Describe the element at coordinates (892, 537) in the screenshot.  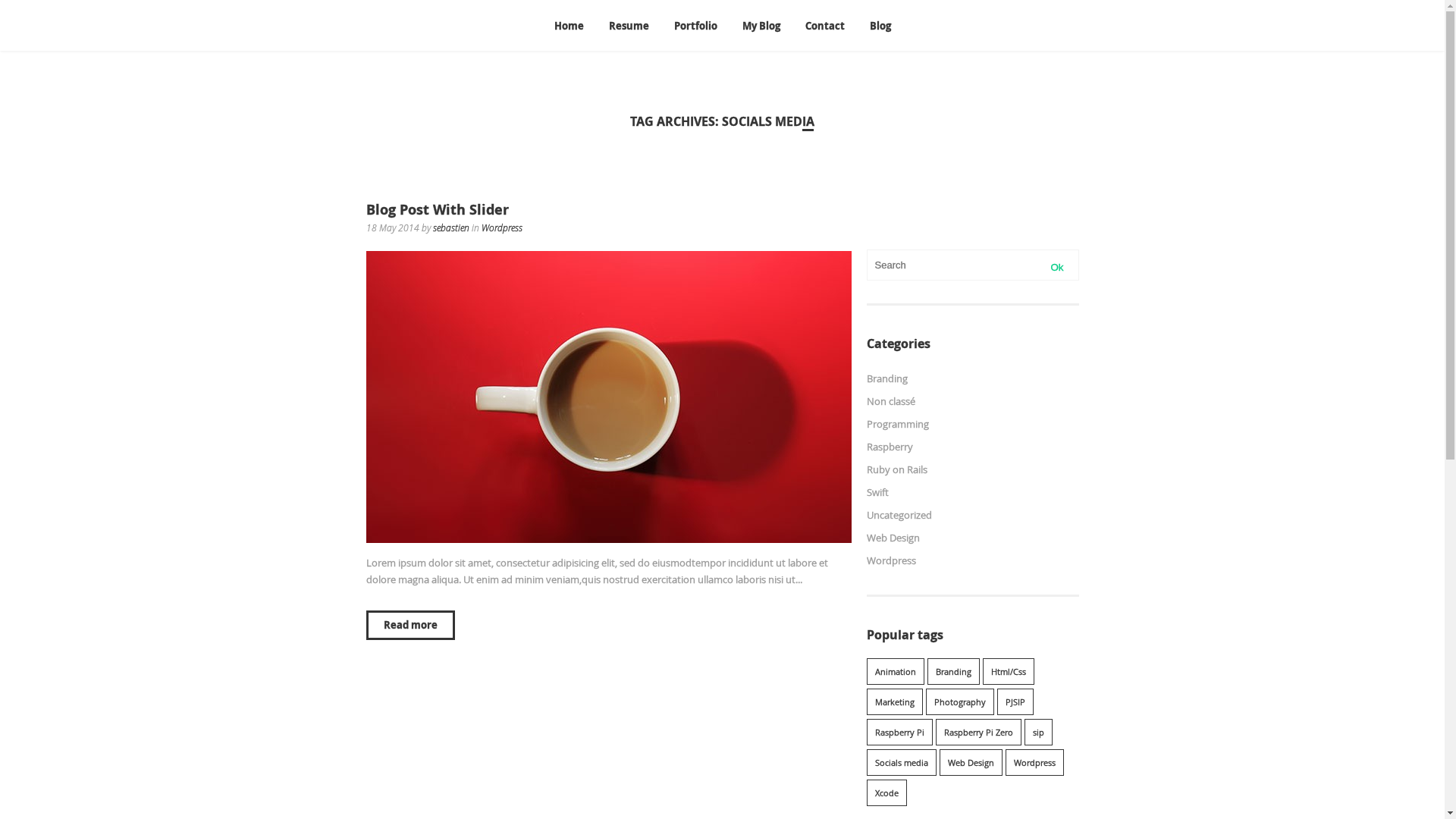
I see `'Web Design'` at that location.